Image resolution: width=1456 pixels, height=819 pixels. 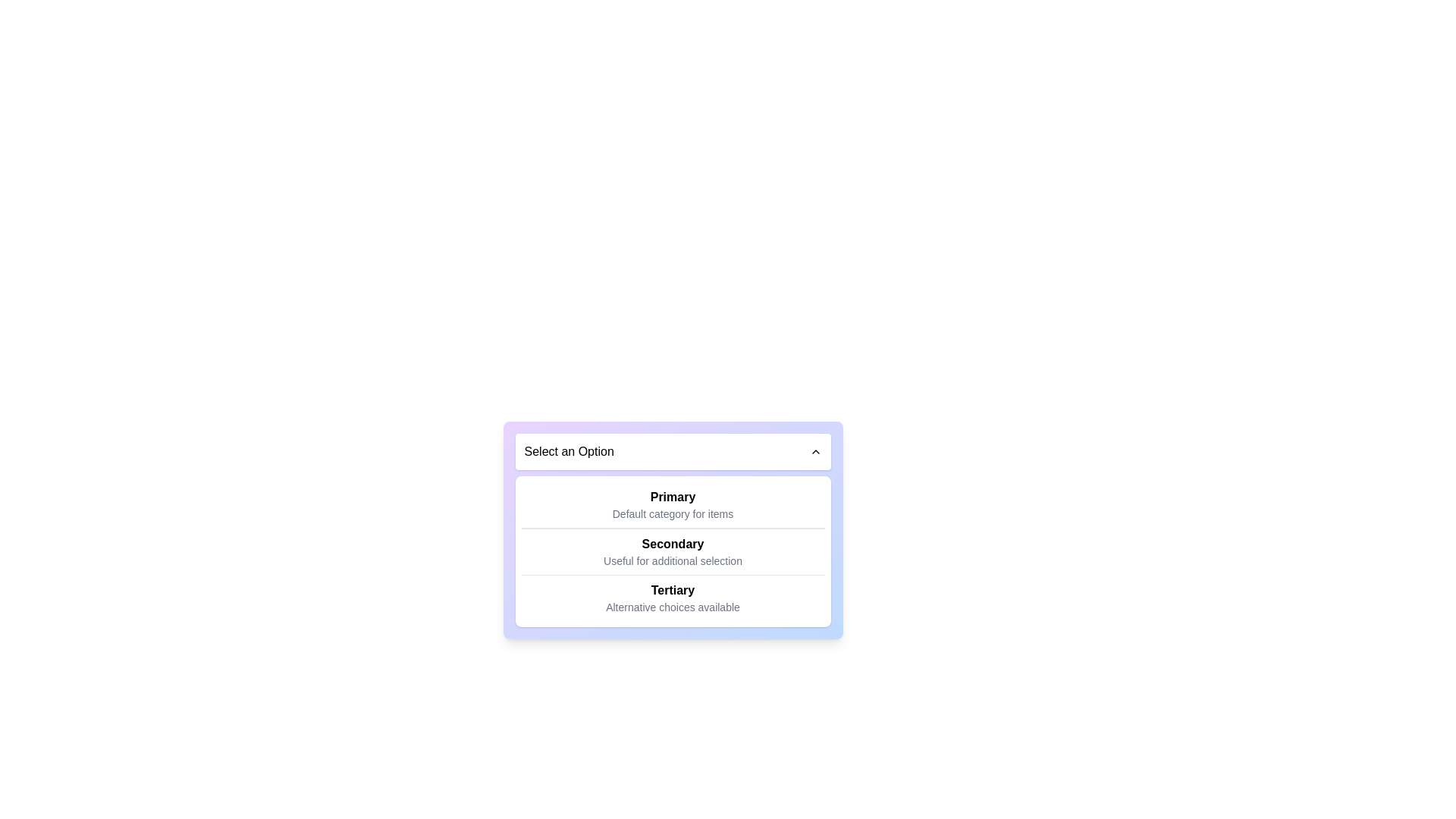 I want to click on the list item named 'Secondary' in the dropdown menu, so click(x=672, y=551).